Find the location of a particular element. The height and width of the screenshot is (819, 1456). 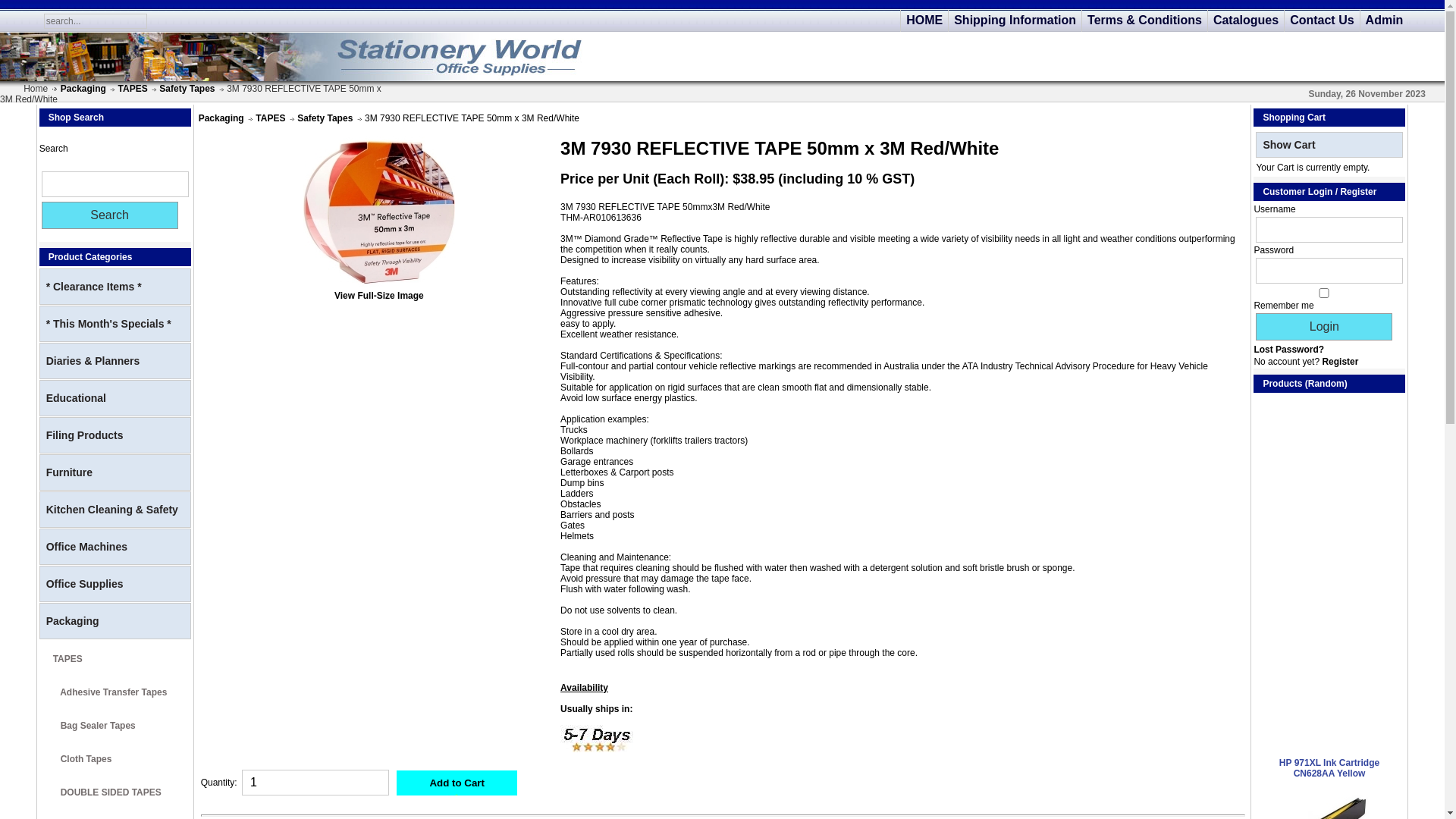

'Login' is located at coordinates (1323, 326).